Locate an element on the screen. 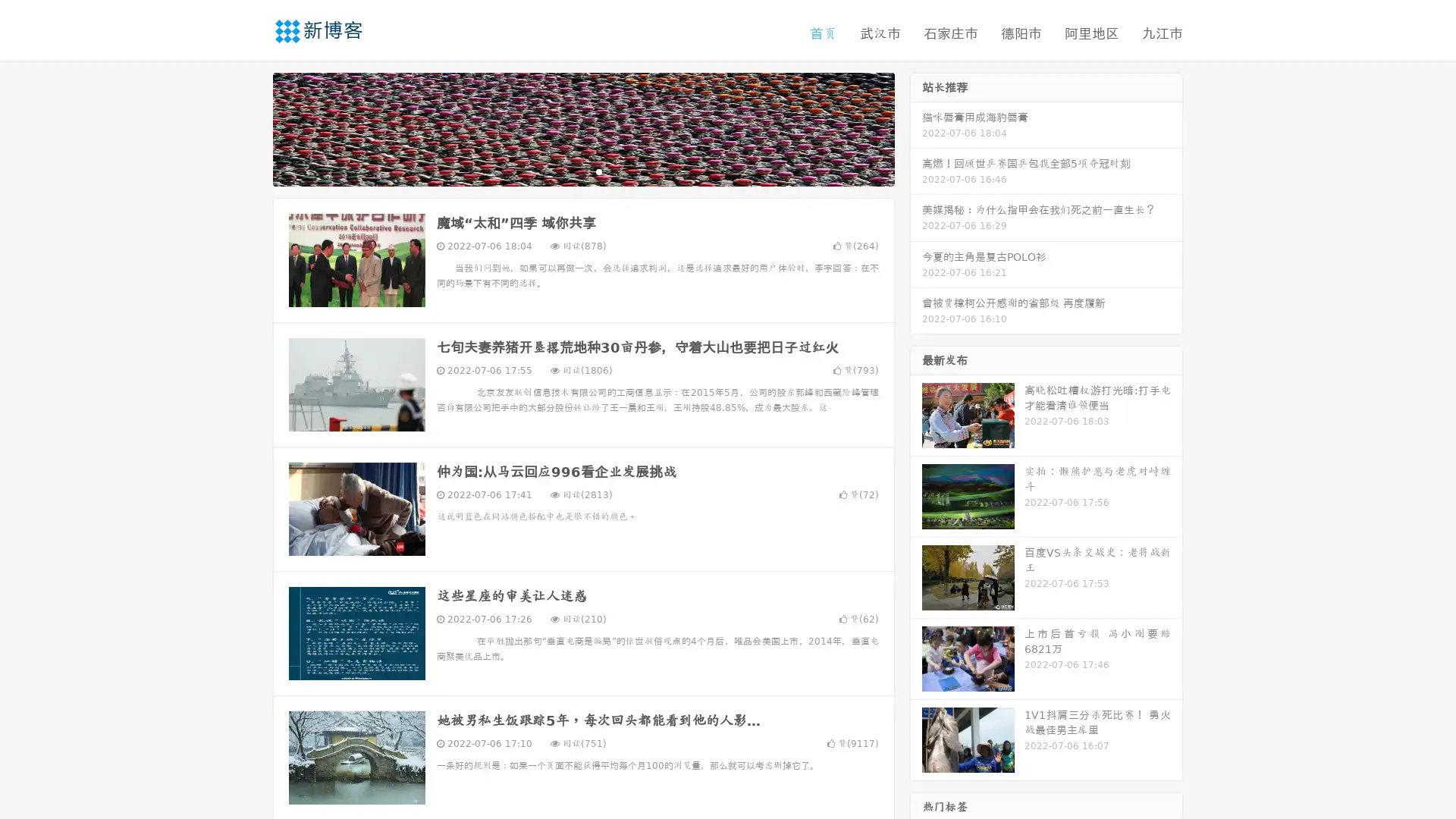 Image resolution: width=1456 pixels, height=819 pixels. Go to slide 3 is located at coordinates (598, 171).